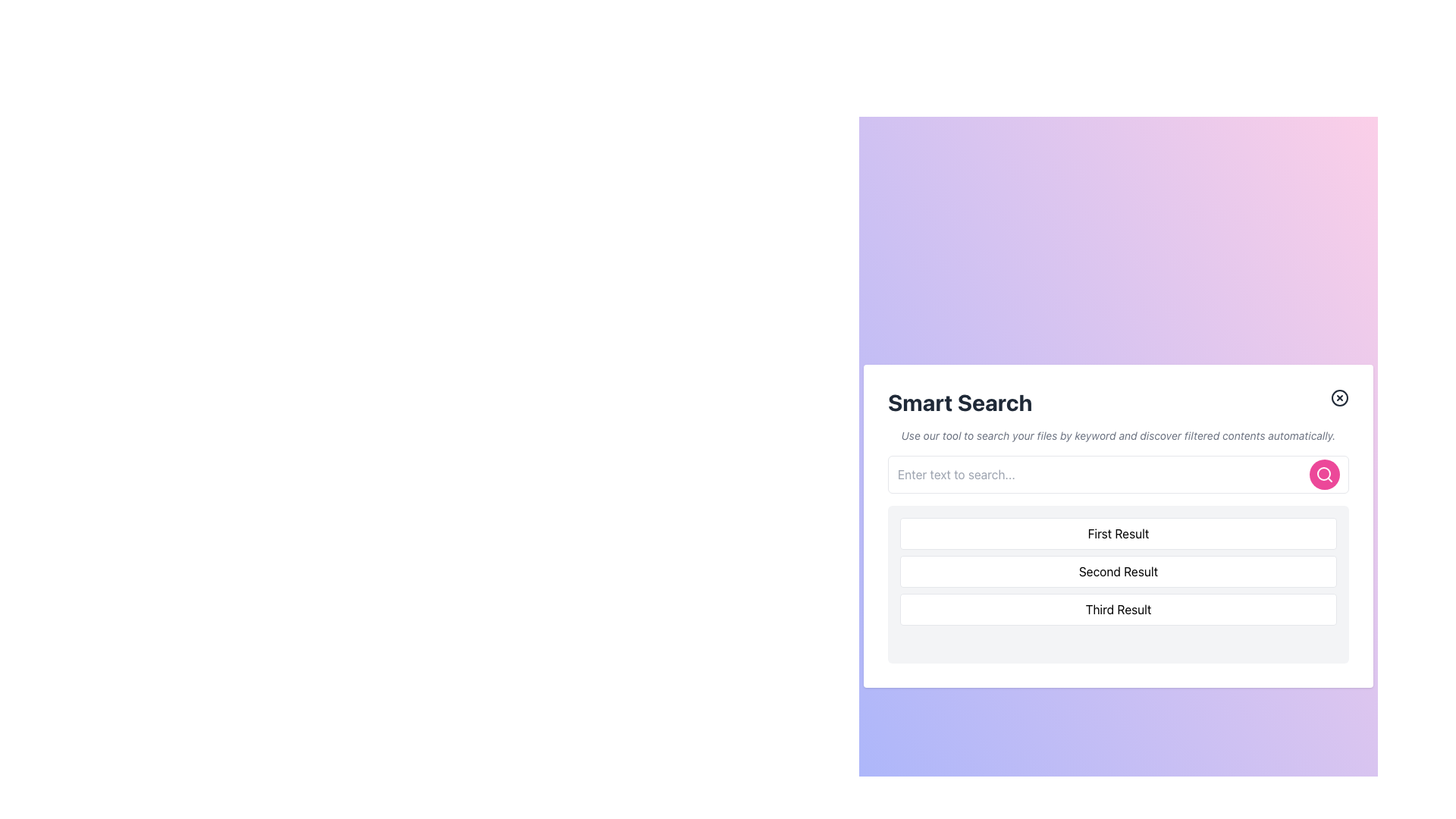  I want to click on the 'First Result' list item, which is styled with a white background and rounded corners, positioned above the 'Second Result' and 'Third Result' elements in a vertical list, so click(1118, 533).